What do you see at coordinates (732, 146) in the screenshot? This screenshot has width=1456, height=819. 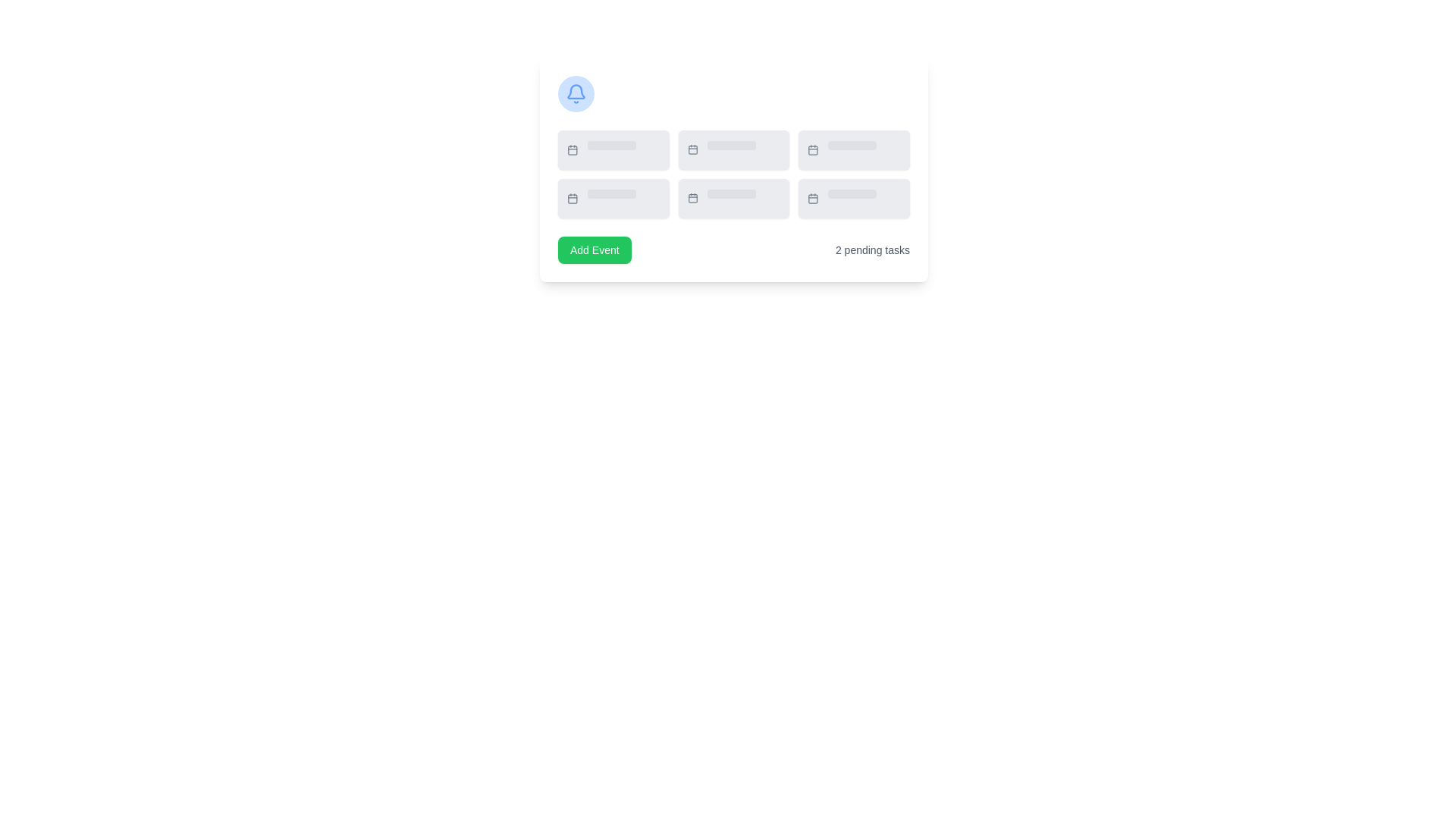 I see `Skeleton placeholder located in the upper section of the card-like item in the middle column of a three-column grid, styled with a light gray background and rounded corners` at bounding box center [732, 146].